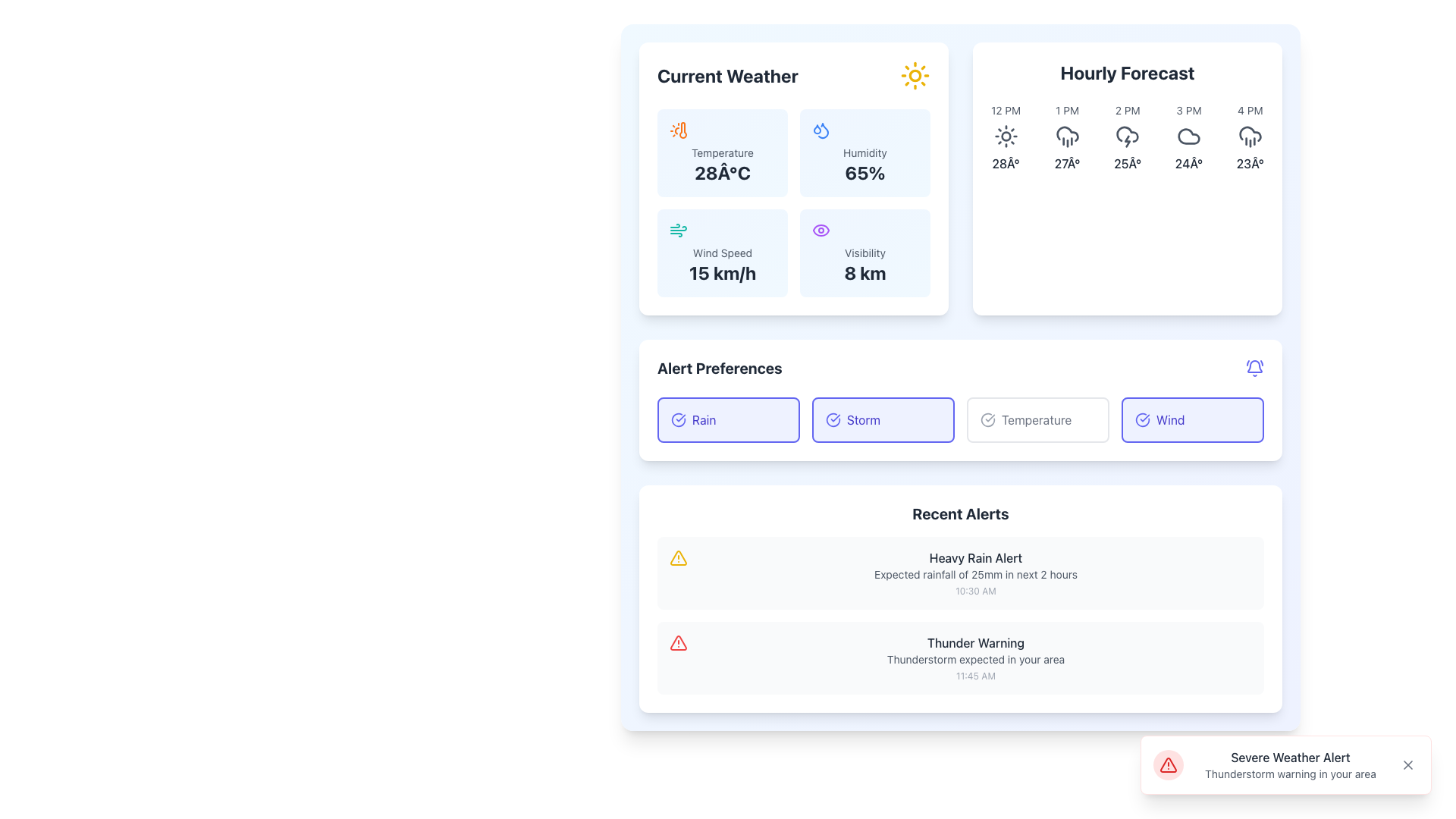 The height and width of the screenshot is (819, 1456). What do you see at coordinates (1128, 110) in the screenshot?
I see `the '2 PM' text label in the 'Hourly Forecast' section, which is styled in a small sans-serif font and has a gray color palette` at bounding box center [1128, 110].